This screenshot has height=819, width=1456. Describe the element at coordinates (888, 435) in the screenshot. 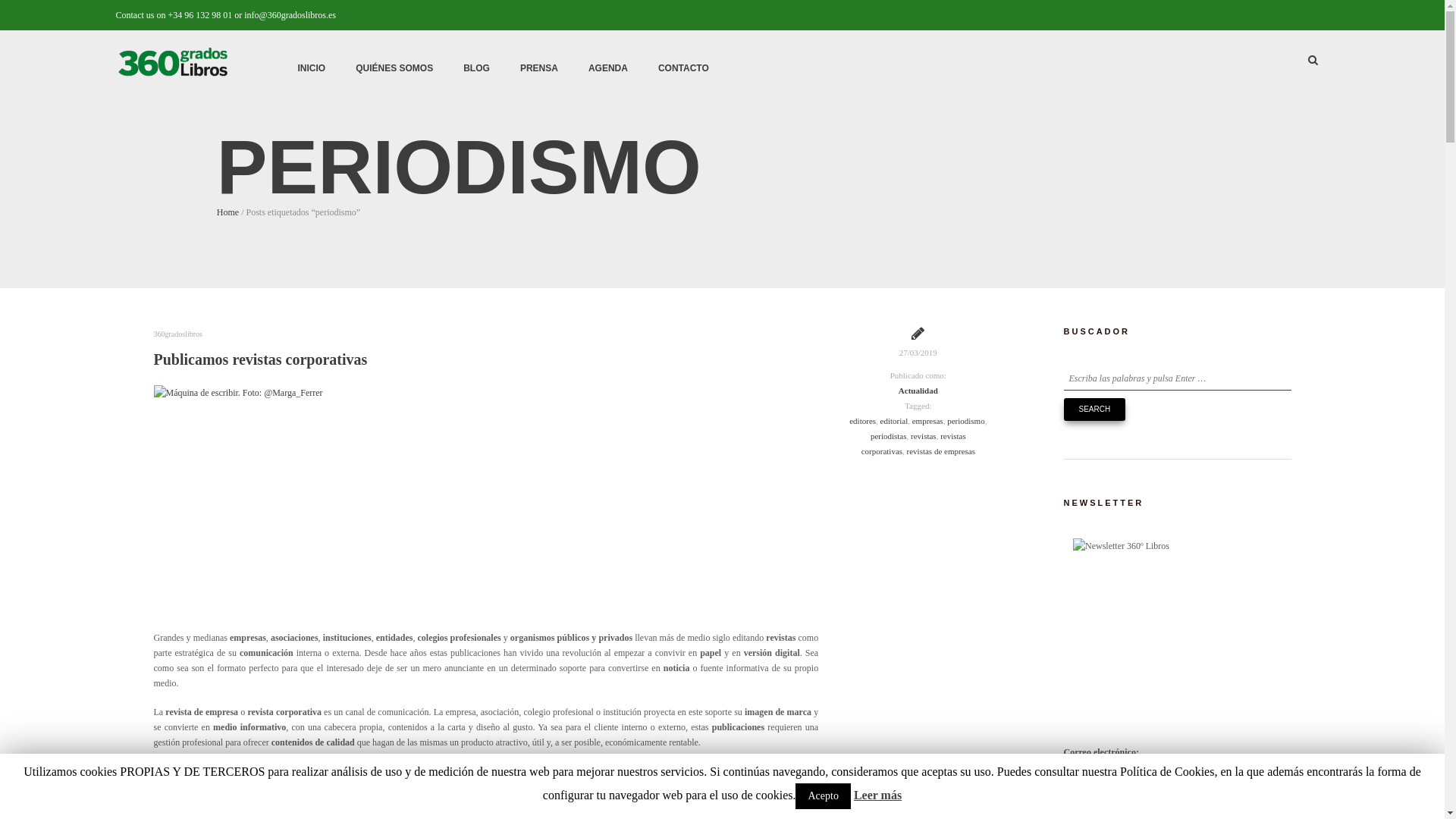

I see `'periodistas'` at that location.